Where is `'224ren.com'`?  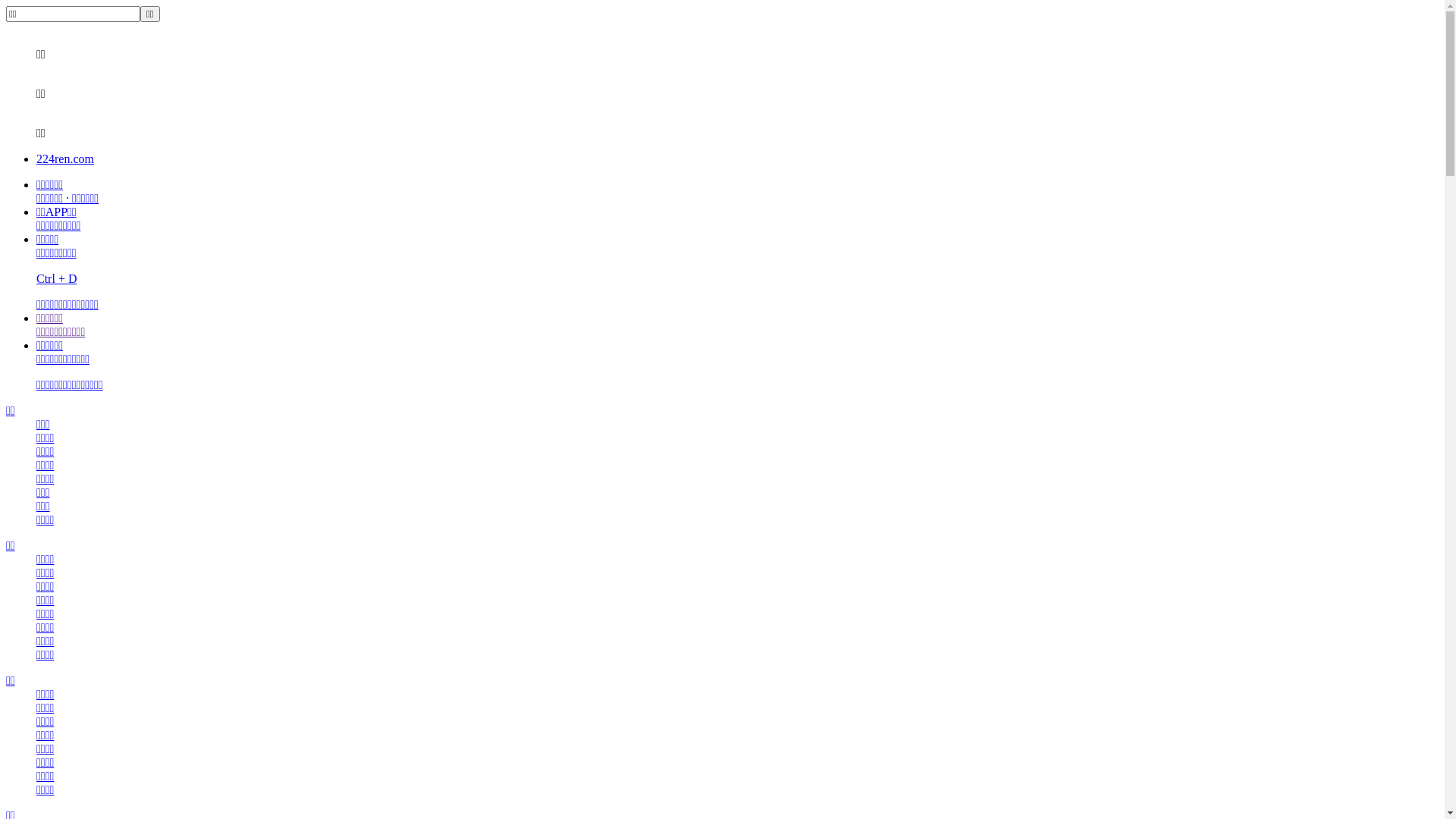
'224ren.com' is located at coordinates (64, 158).